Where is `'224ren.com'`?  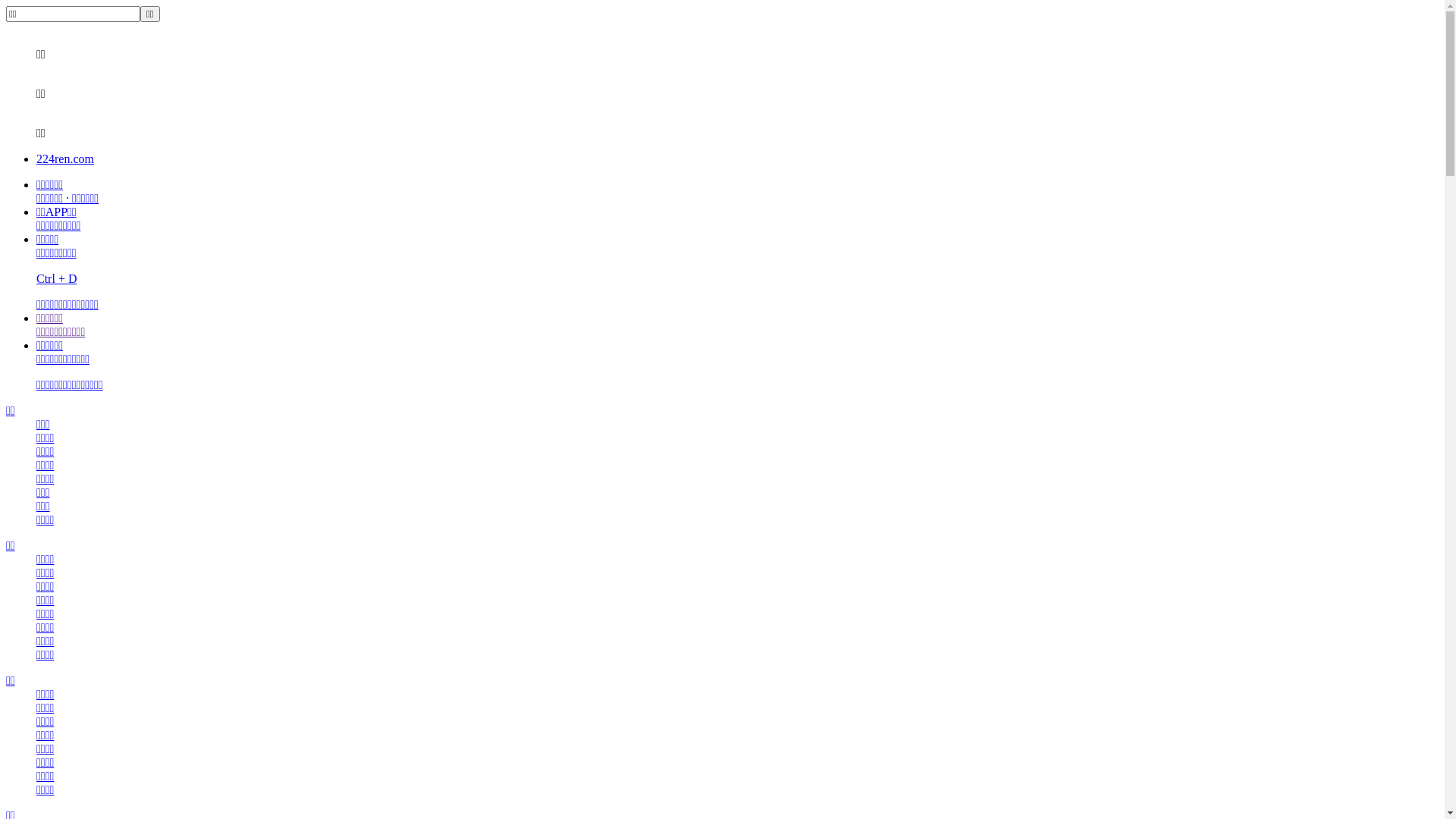
'224ren.com' is located at coordinates (64, 158).